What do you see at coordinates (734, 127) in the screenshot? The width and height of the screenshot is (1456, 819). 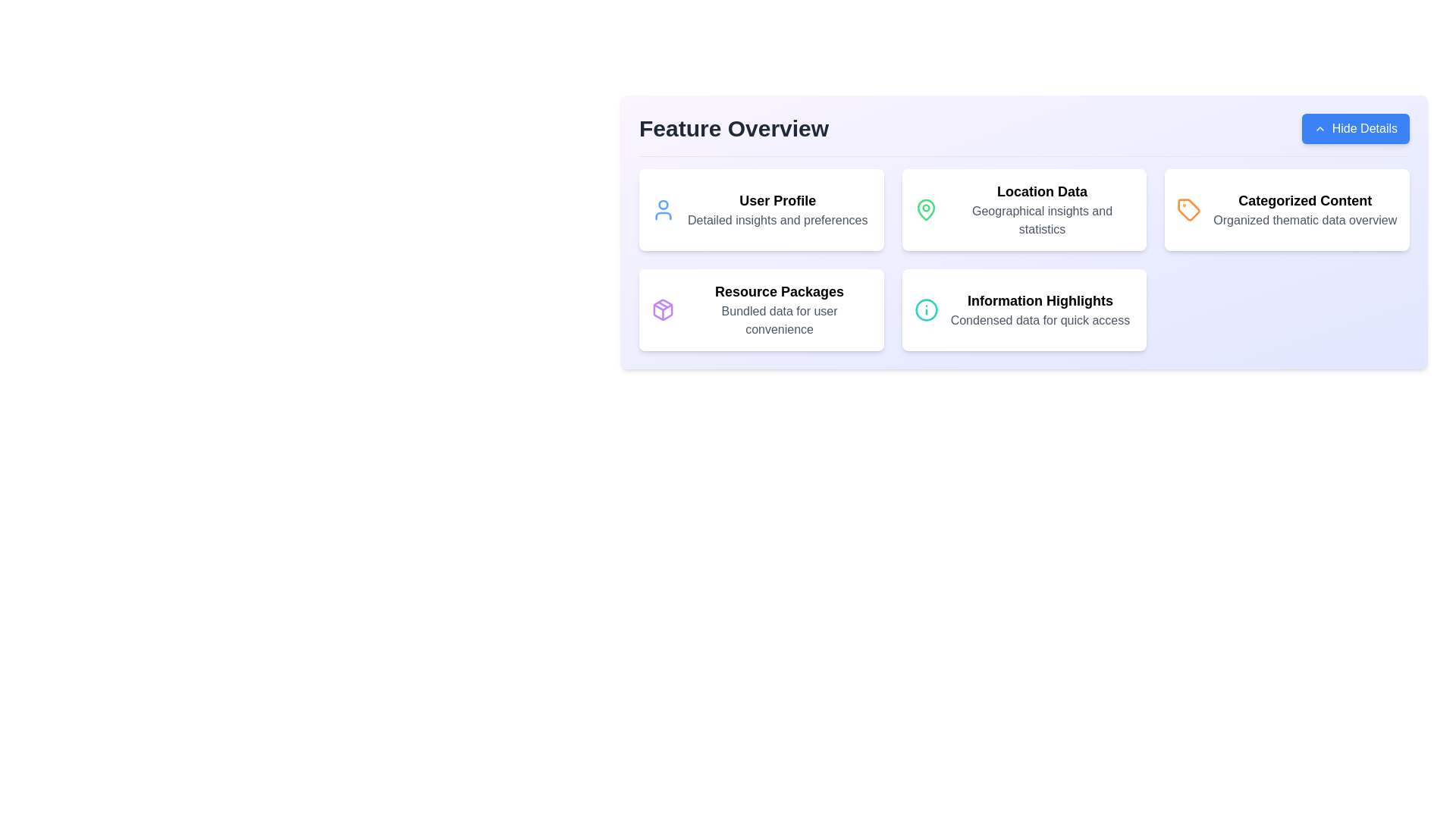 I see `the text label displaying 'Feature Overview', which is styled in bold and large font and located in the header region` at bounding box center [734, 127].